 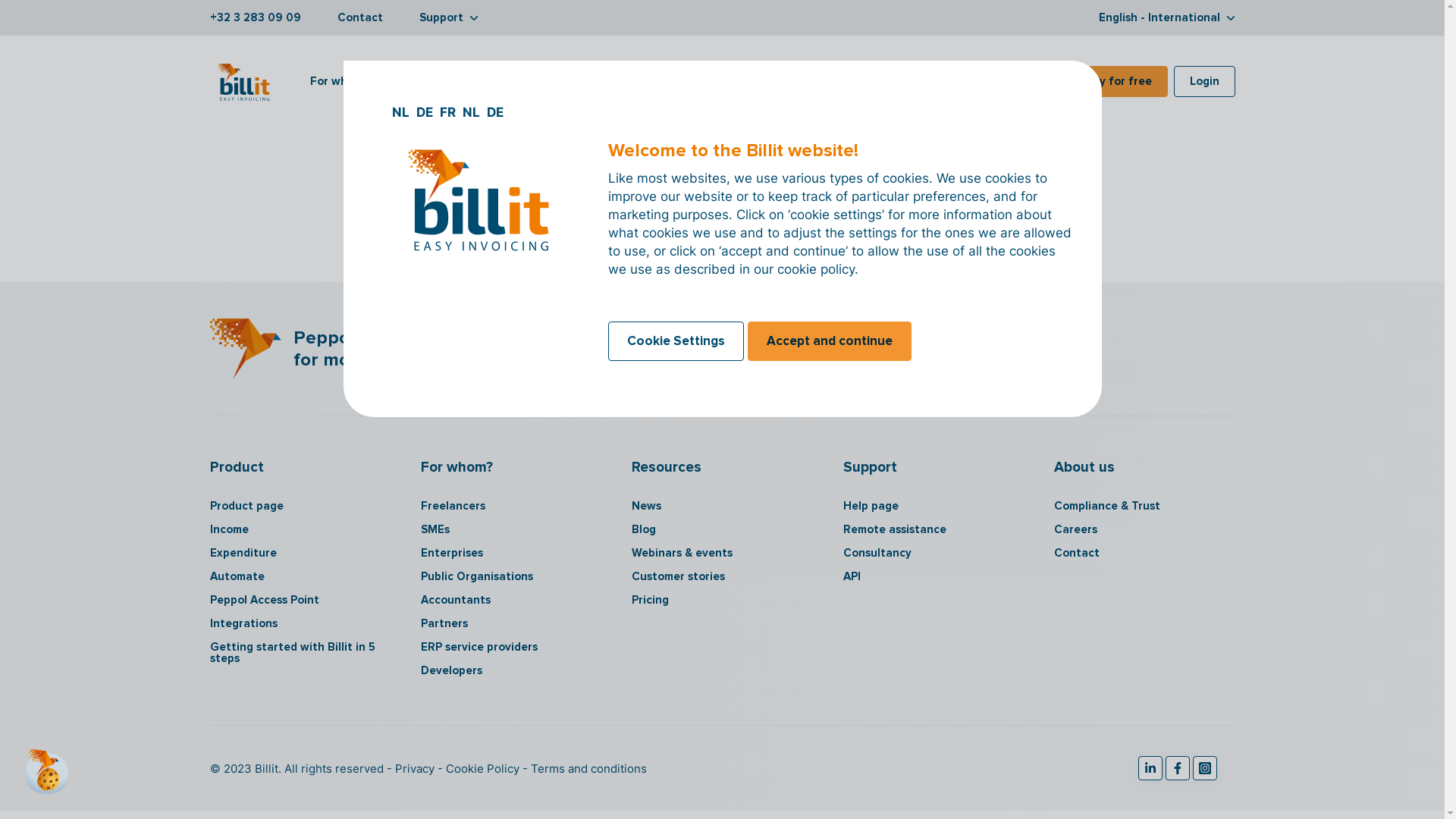 What do you see at coordinates (299, 553) in the screenshot?
I see `'Expenditure'` at bounding box center [299, 553].